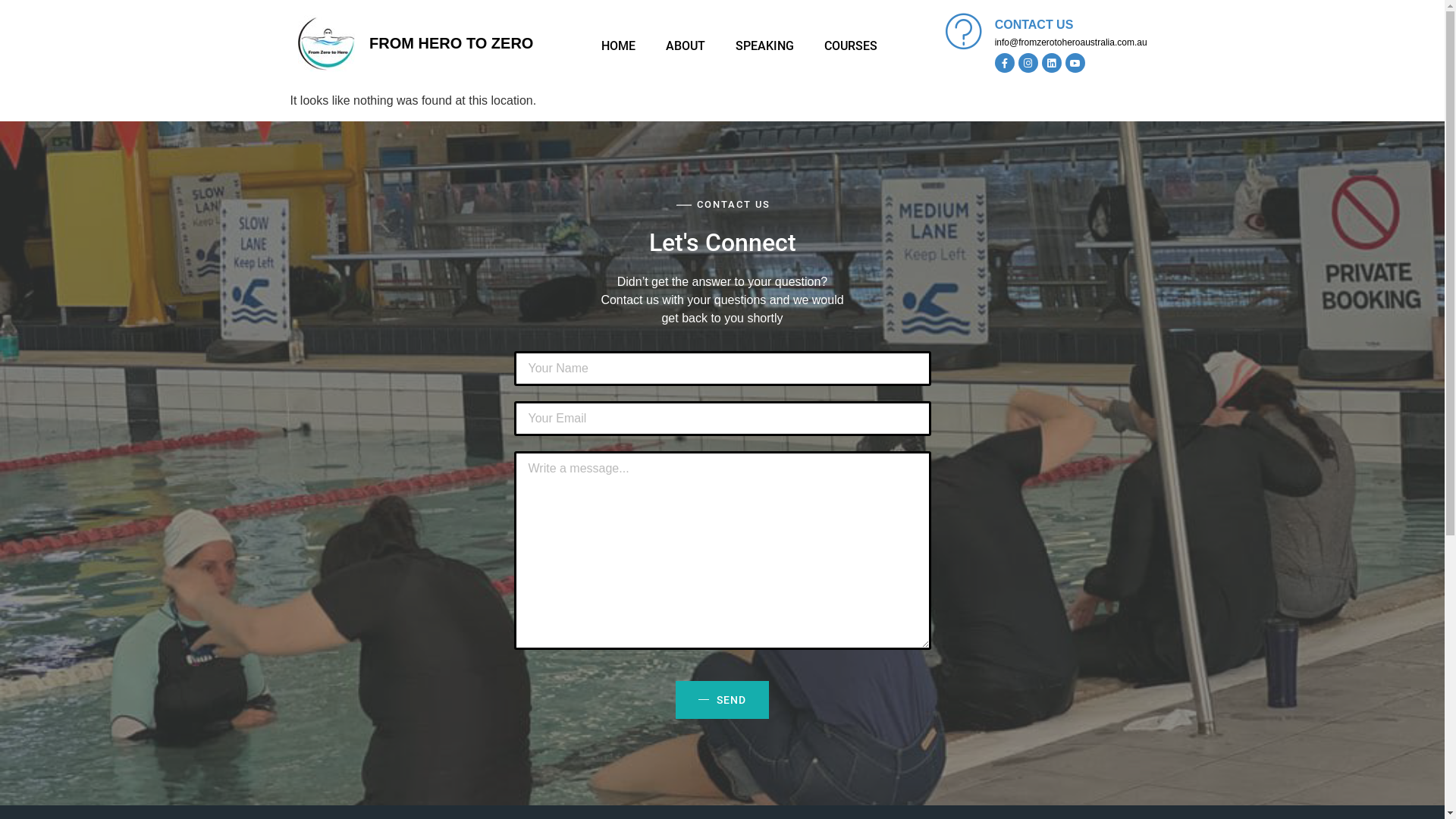  What do you see at coordinates (617, 45) in the screenshot?
I see `'HOME'` at bounding box center [617, 45].